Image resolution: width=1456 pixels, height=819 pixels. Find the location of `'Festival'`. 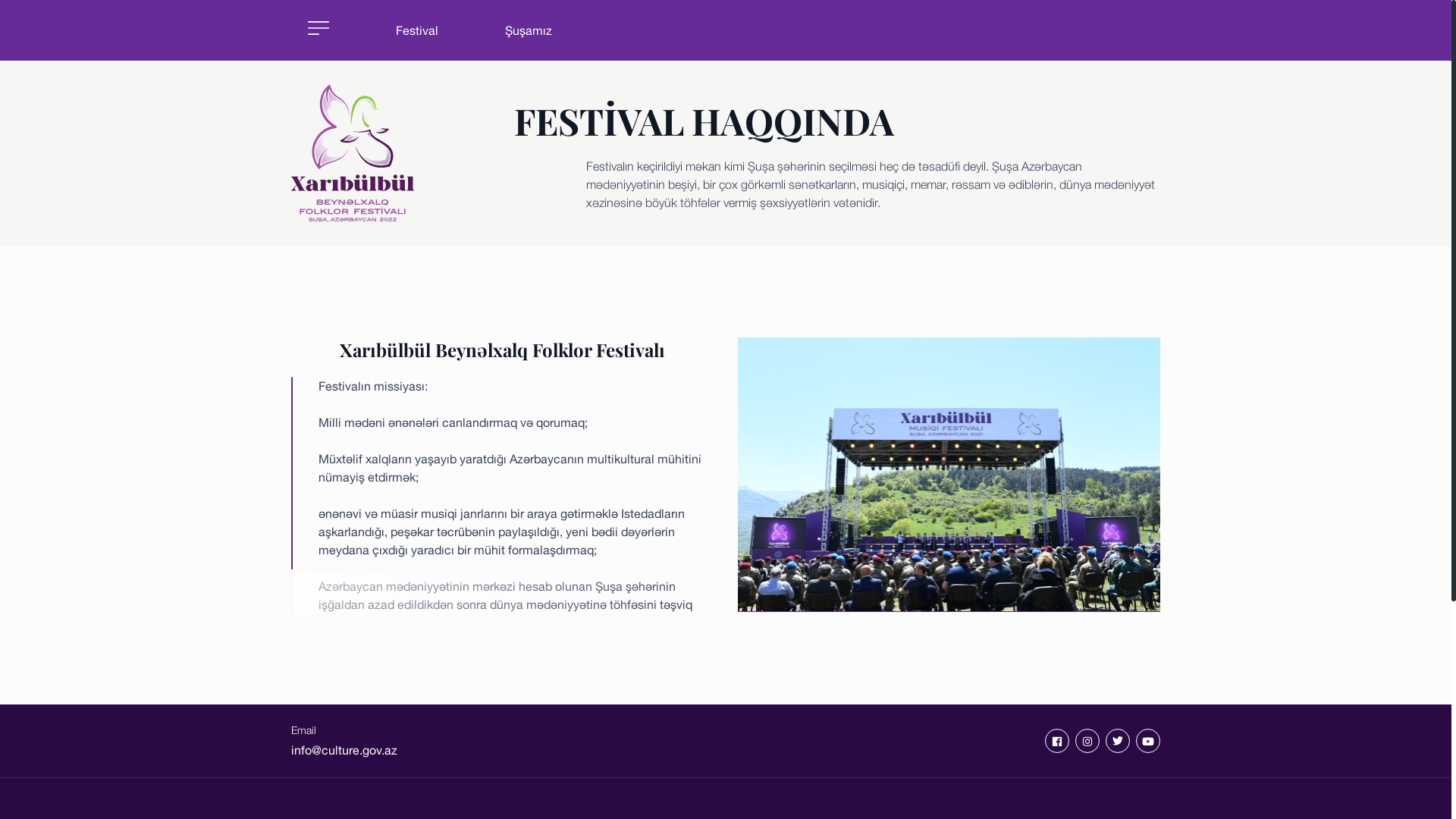

'Festival' is located at coordinates (378, 30).